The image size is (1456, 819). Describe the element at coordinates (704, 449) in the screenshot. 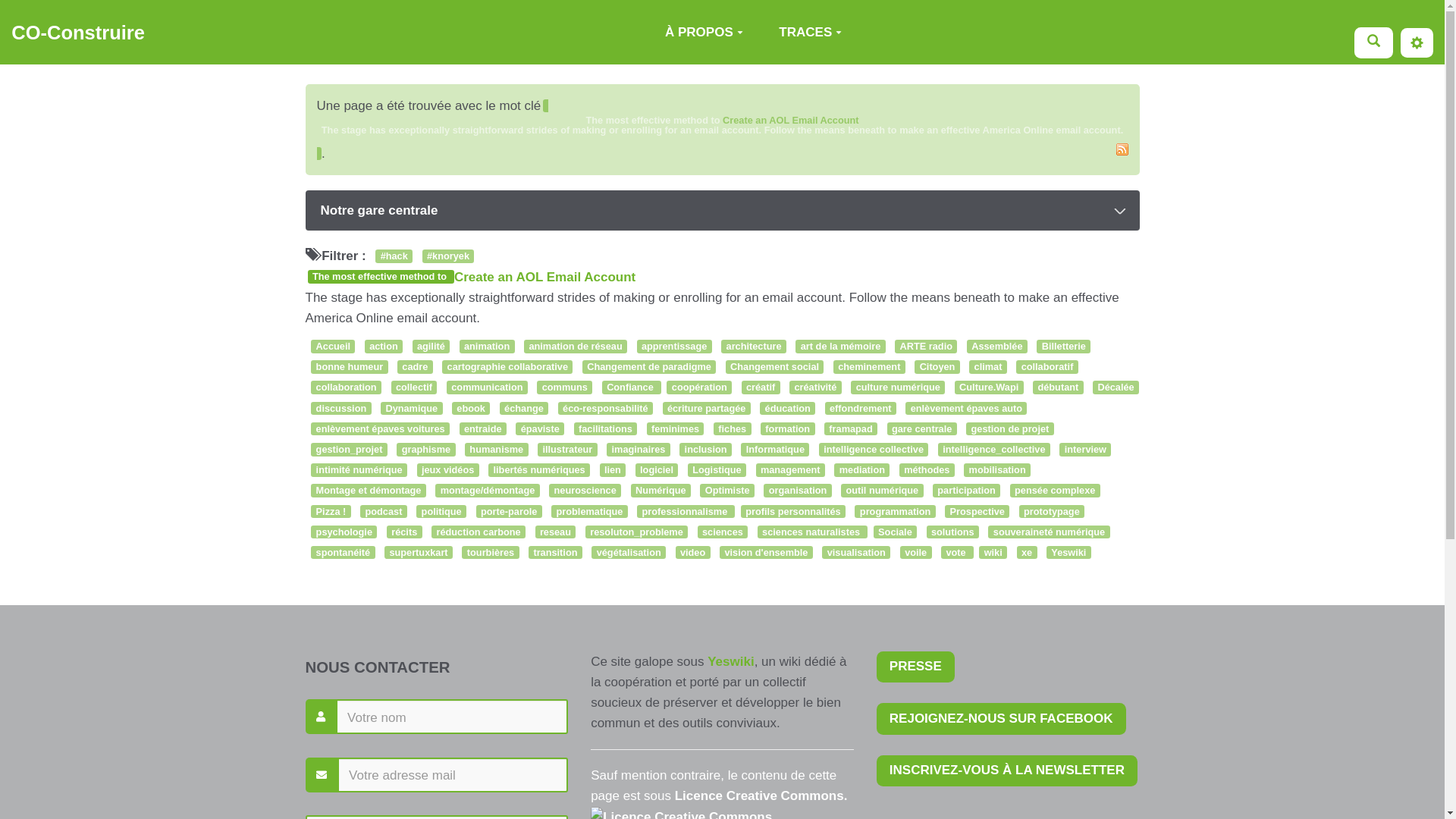

I see `'inclusion'` at that location.